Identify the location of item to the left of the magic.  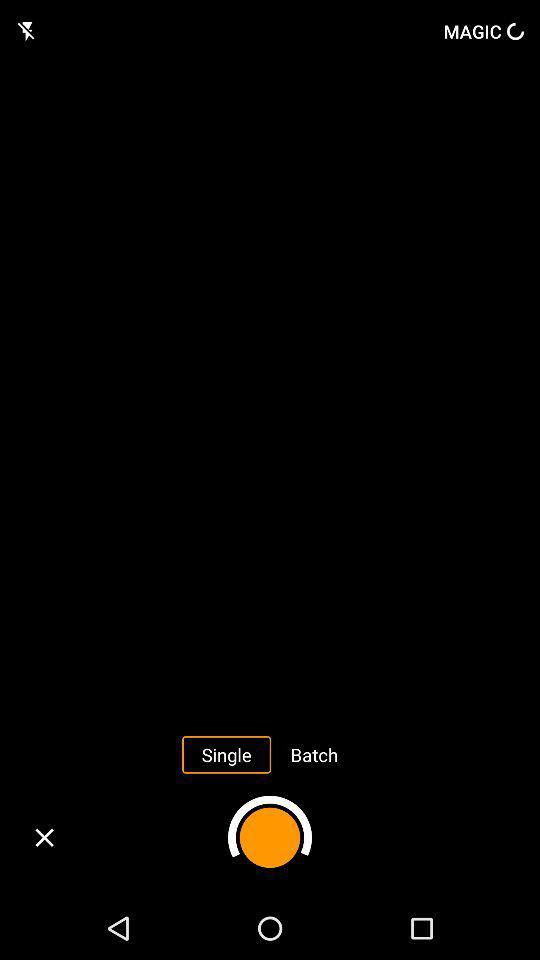
(26, 30).